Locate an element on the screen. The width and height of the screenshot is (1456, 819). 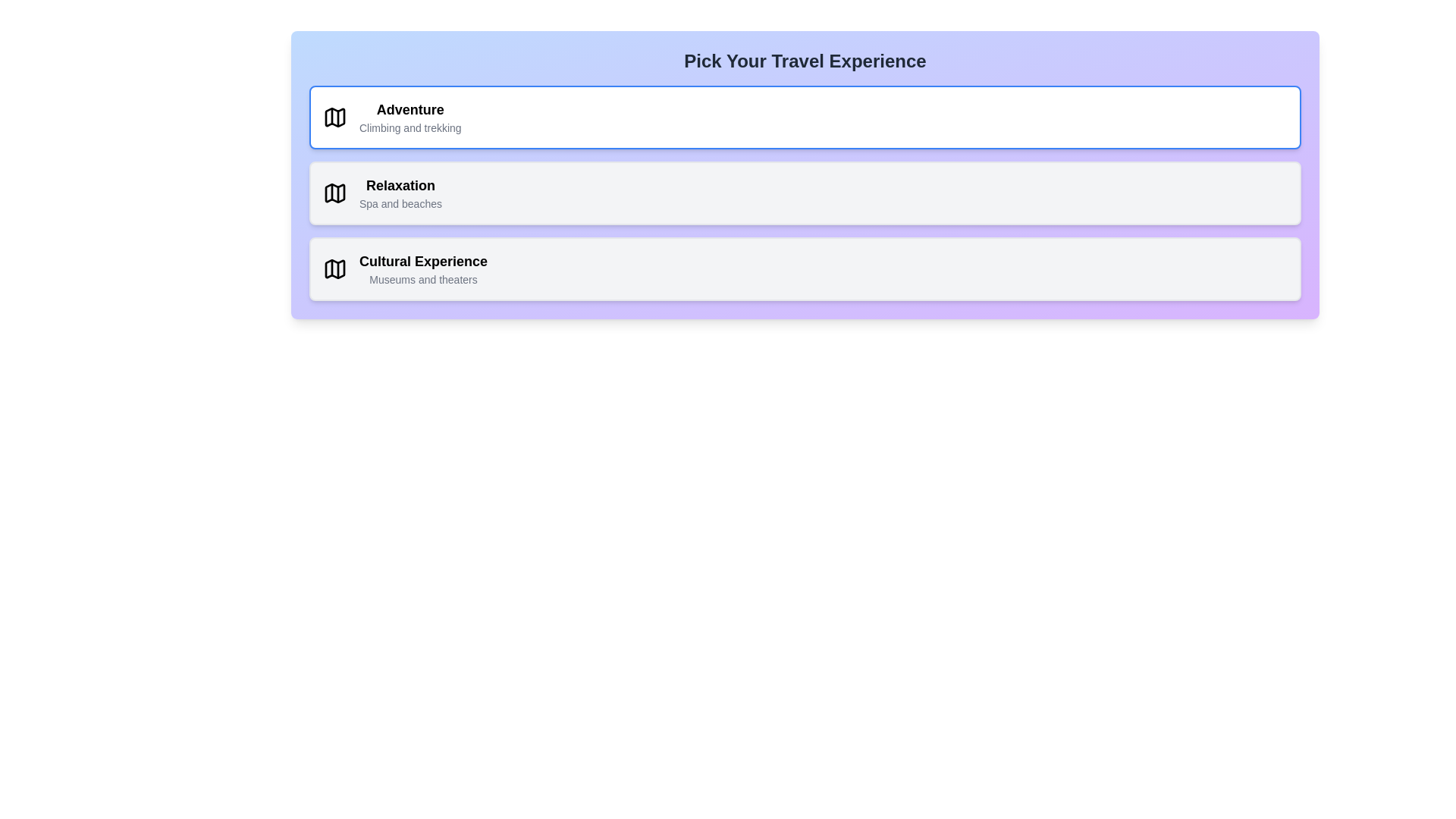
the 'Adventure' icon located to the left of the 'Adventure' title in the vertical list of options is located at coordinates (334, 116).